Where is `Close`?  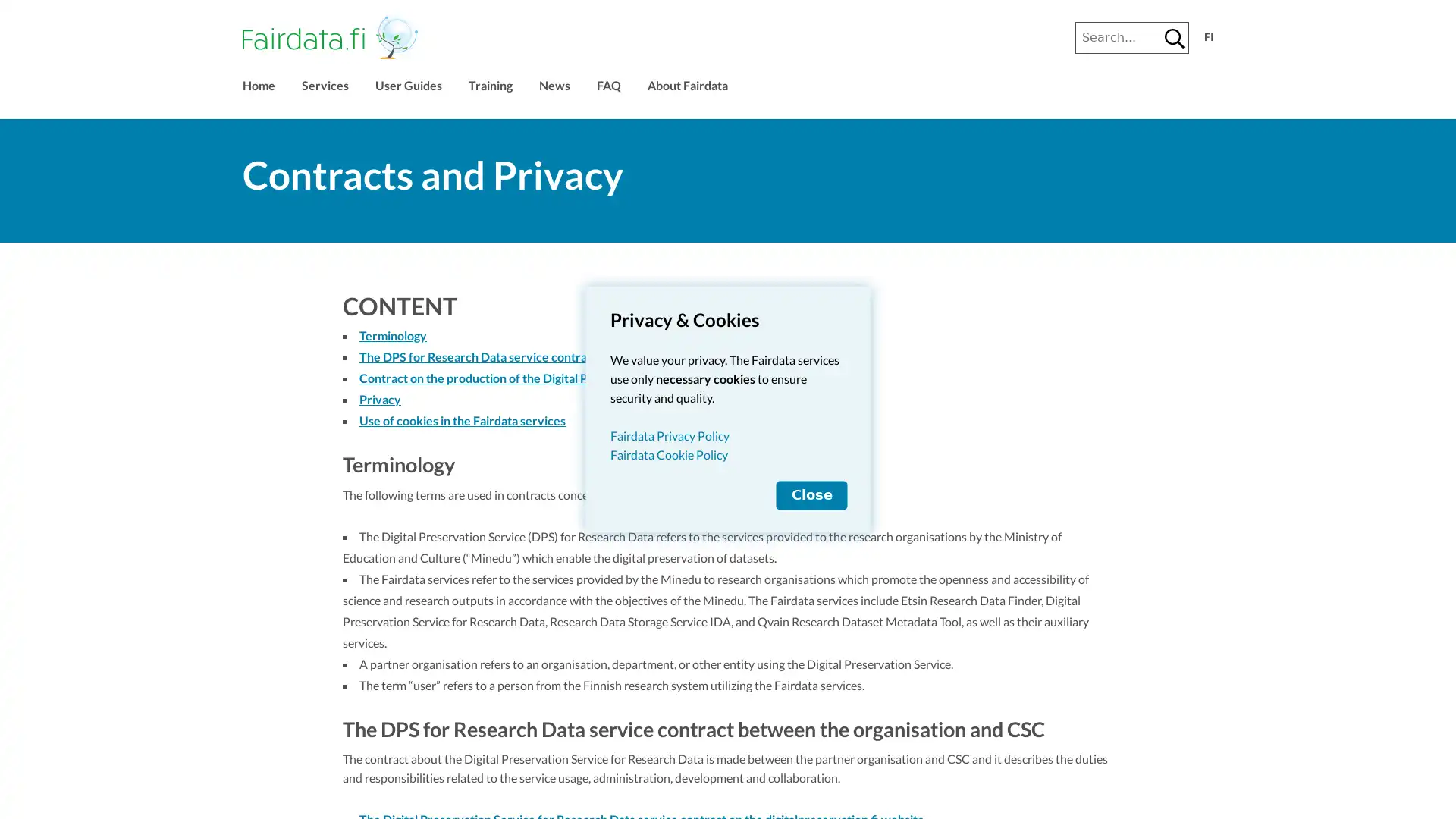
Close is located at coordinates (811, 494).